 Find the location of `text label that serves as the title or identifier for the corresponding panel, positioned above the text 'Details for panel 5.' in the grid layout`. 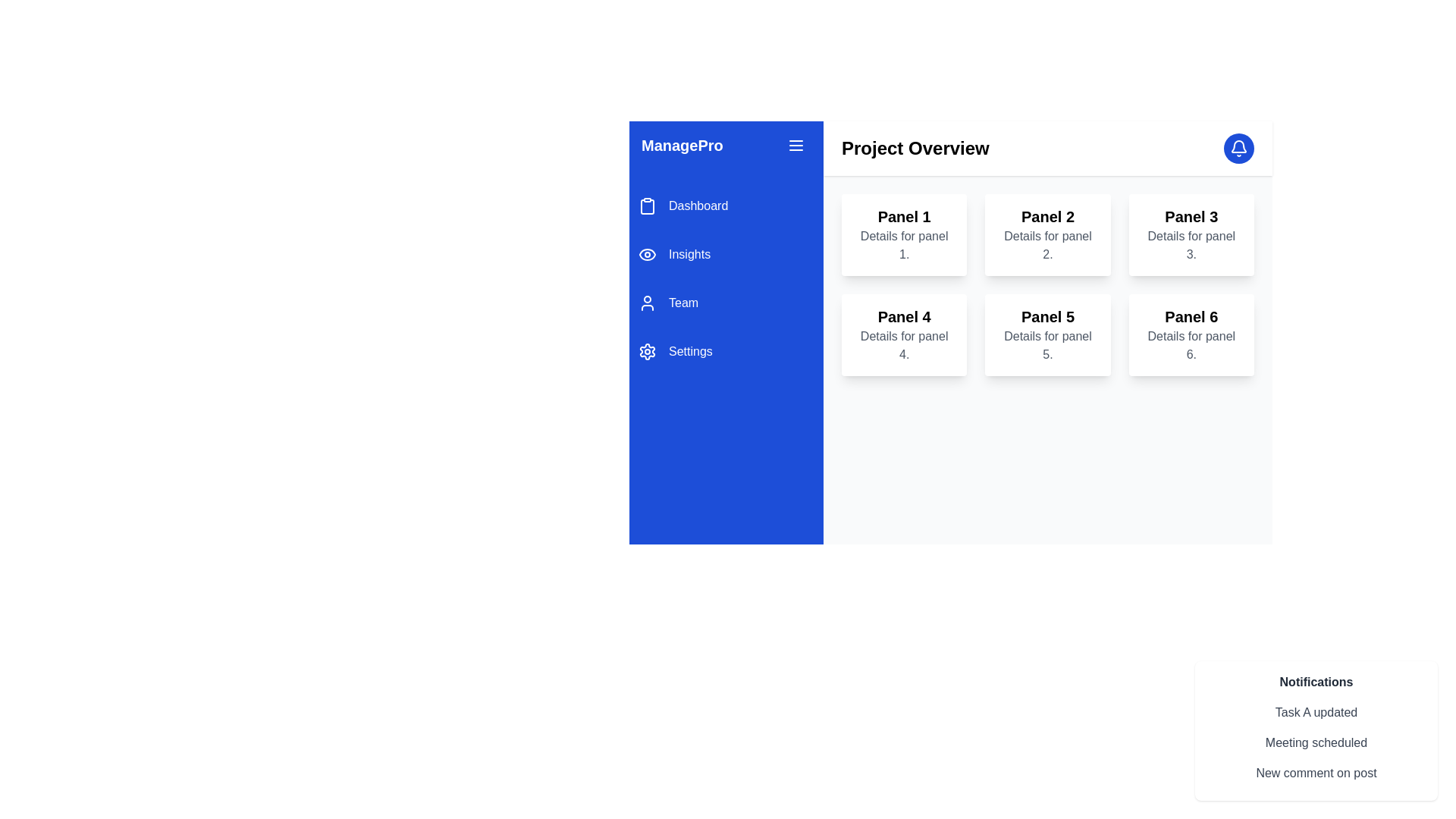

text label that serves as the title or identifier for the corresponding panel, positioned above the text 'Details for panel 5.' in the grid layout is located at coordinates (1047, 315).